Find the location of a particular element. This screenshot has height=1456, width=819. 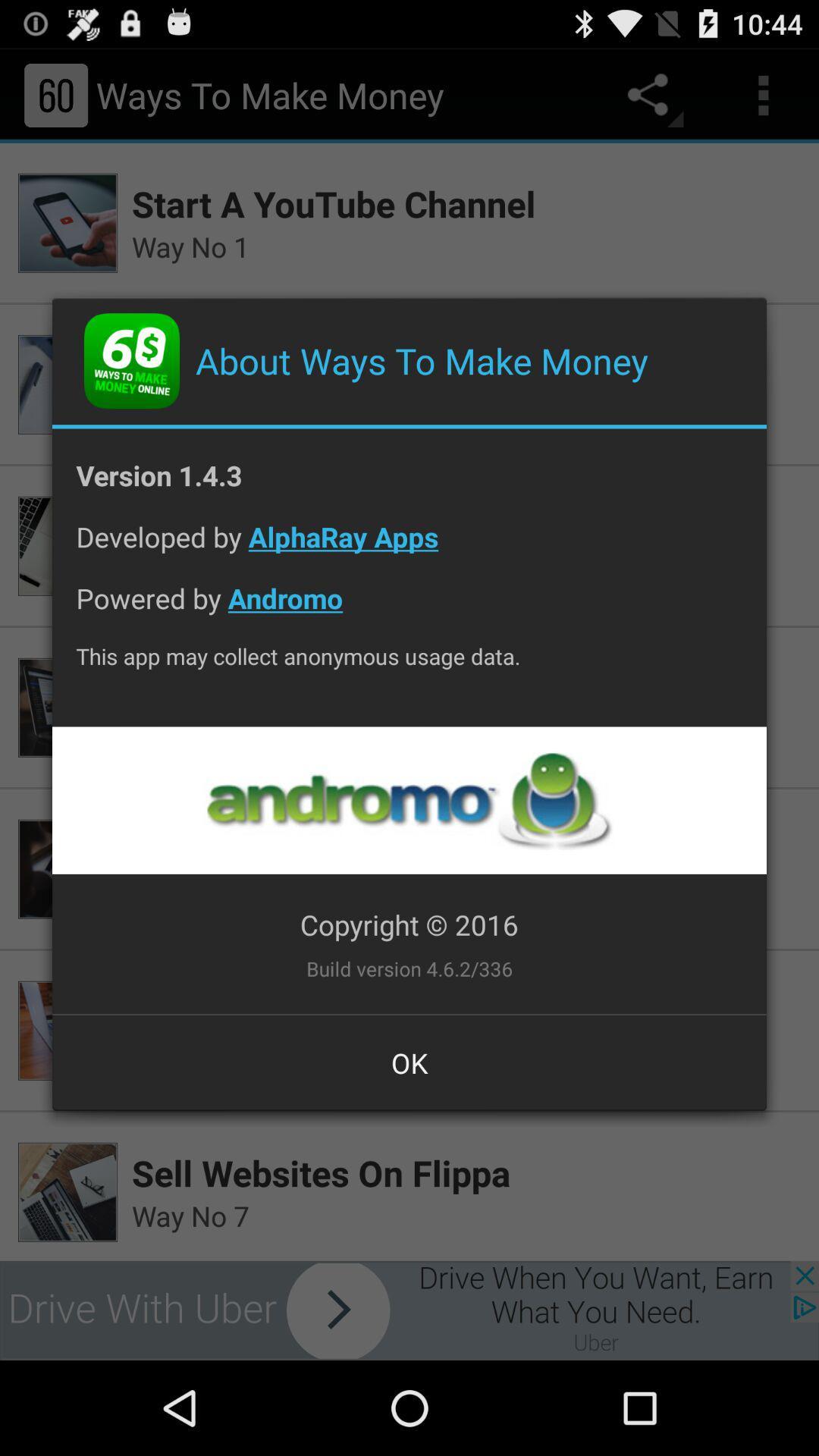

advertisement page is located at coordinates (408, 799).